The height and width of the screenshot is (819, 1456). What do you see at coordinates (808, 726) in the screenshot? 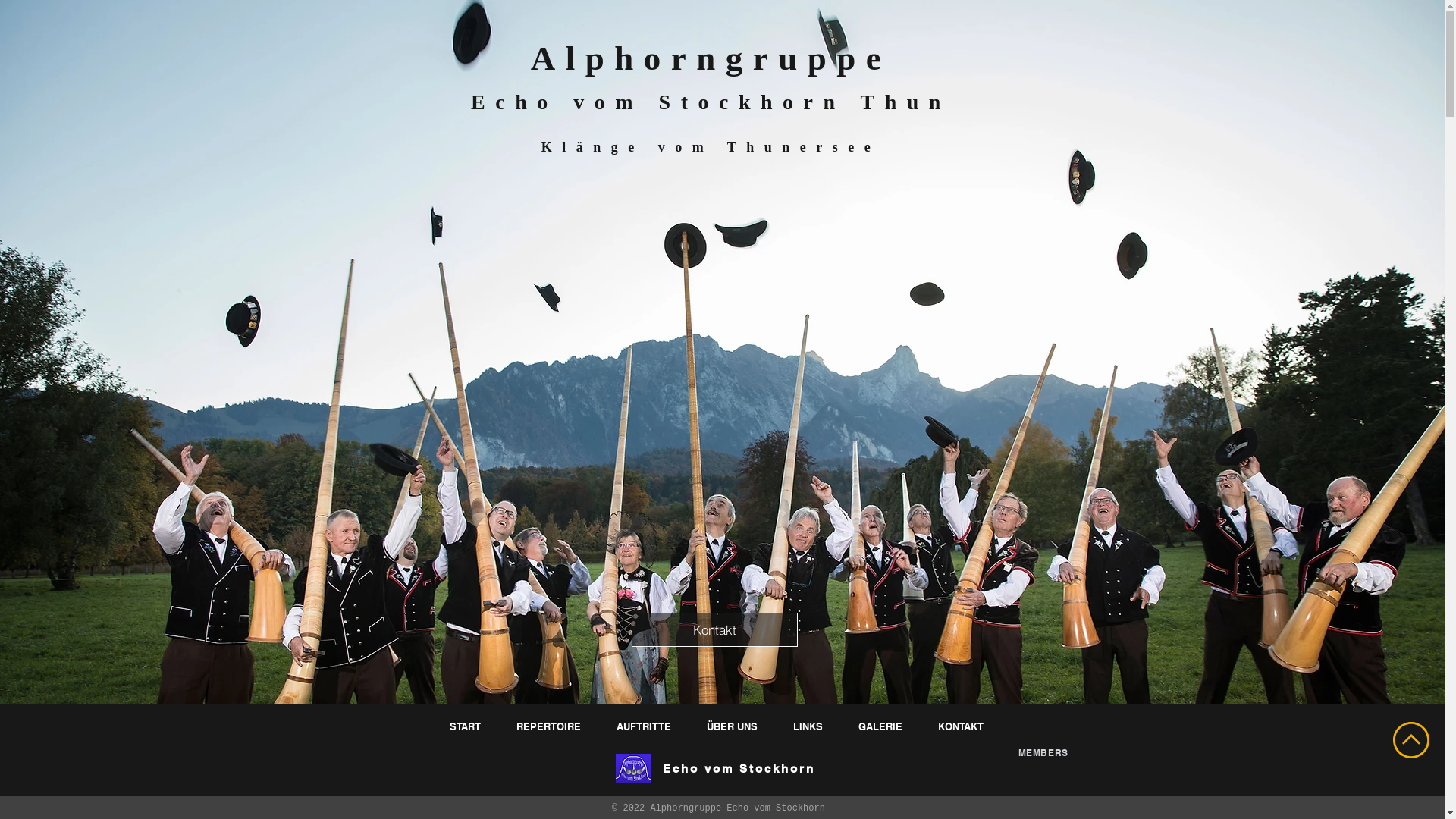
I see `'LINKS'` at bounding box center [808, 726].